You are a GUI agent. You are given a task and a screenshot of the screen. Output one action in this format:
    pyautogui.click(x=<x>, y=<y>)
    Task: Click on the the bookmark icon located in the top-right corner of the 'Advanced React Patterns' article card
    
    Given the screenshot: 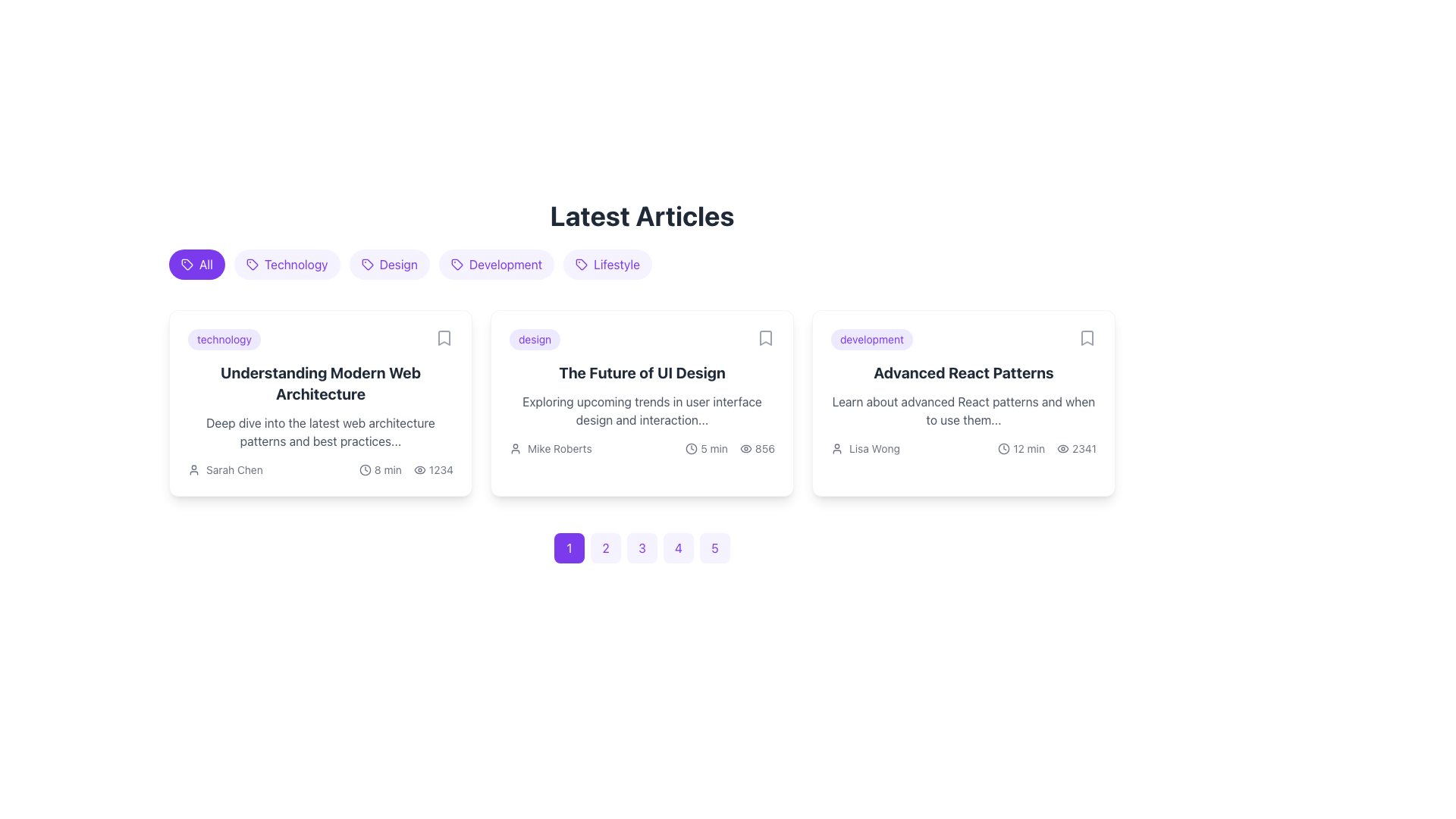 What is the action you would take?
    pyautogui.click(x=1087, y=337)
    